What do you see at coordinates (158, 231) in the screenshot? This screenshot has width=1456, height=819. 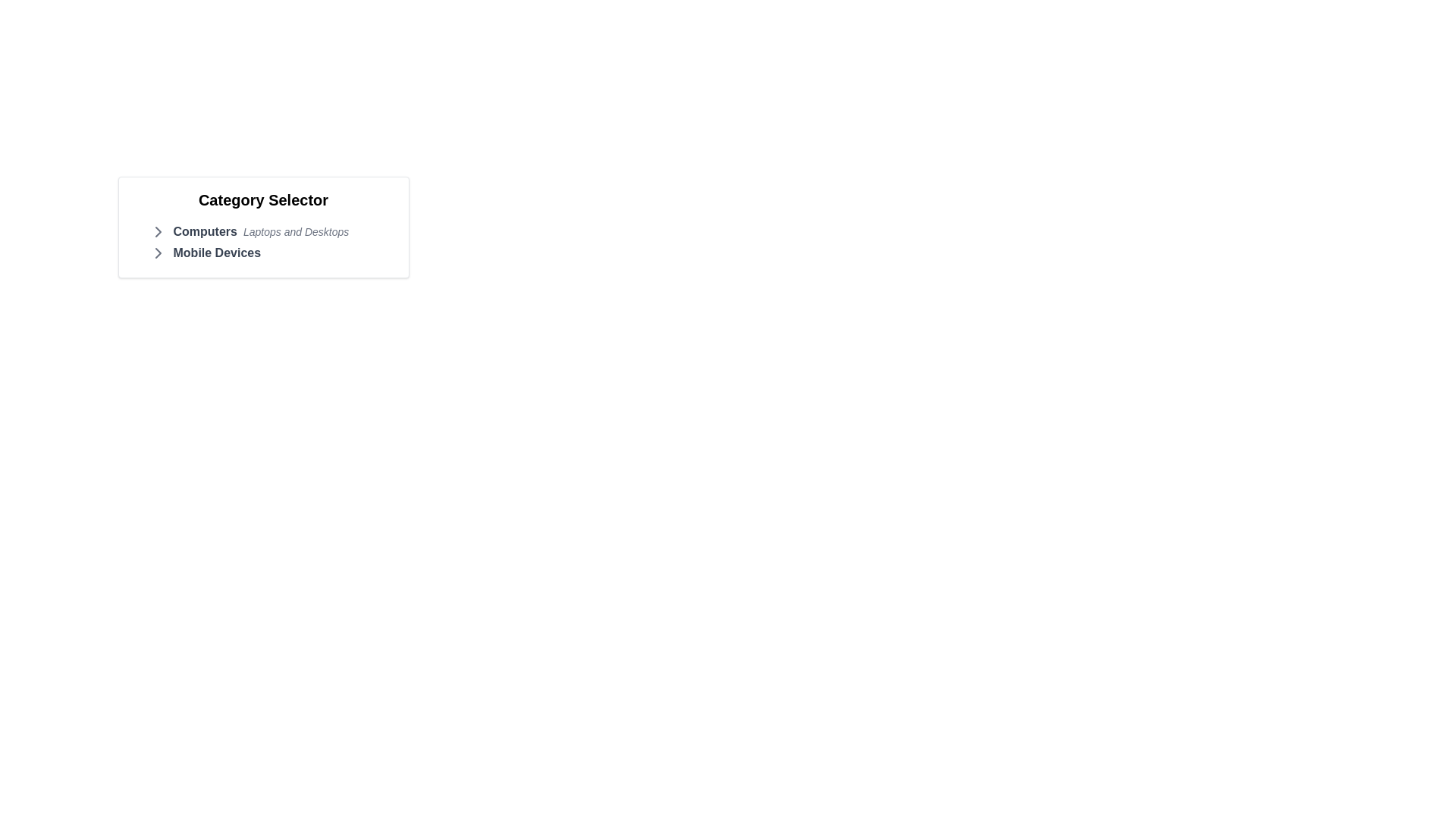 I see `the chevron icon located to the left of the 'Computers' text, which serves as a button to expand or navigate to the 'Computers' category` at bounding box center [158, 231].